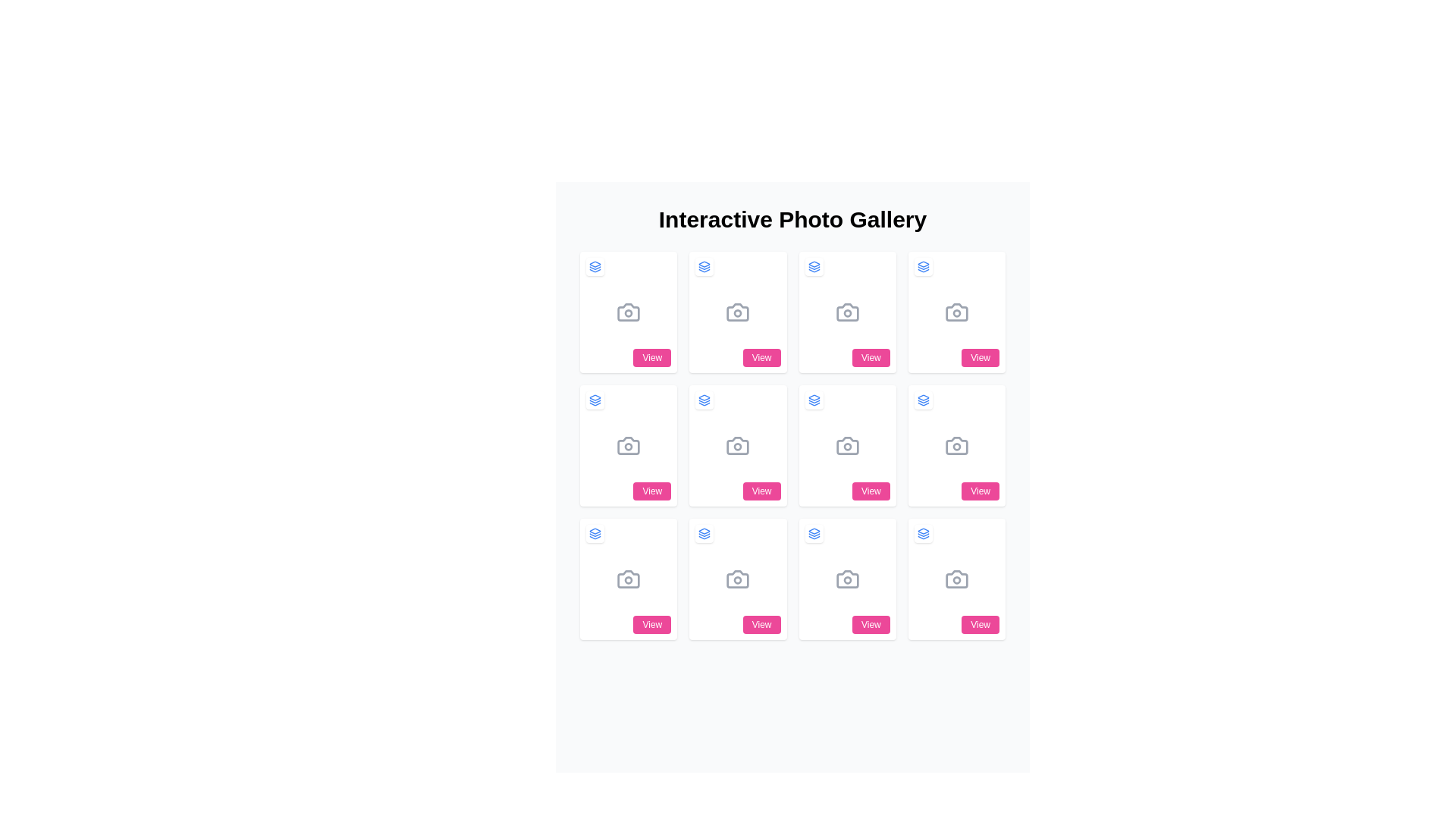 This screenshot has height=819, width=1456. What do you see at coordinates (813, 265) in the screenshot?
I see `the blue-colored icon with a layered design resembling stacked sheets located in the top-right corner of a card in the second column of the first row in a grid layout` at bounding box center [813, 265].